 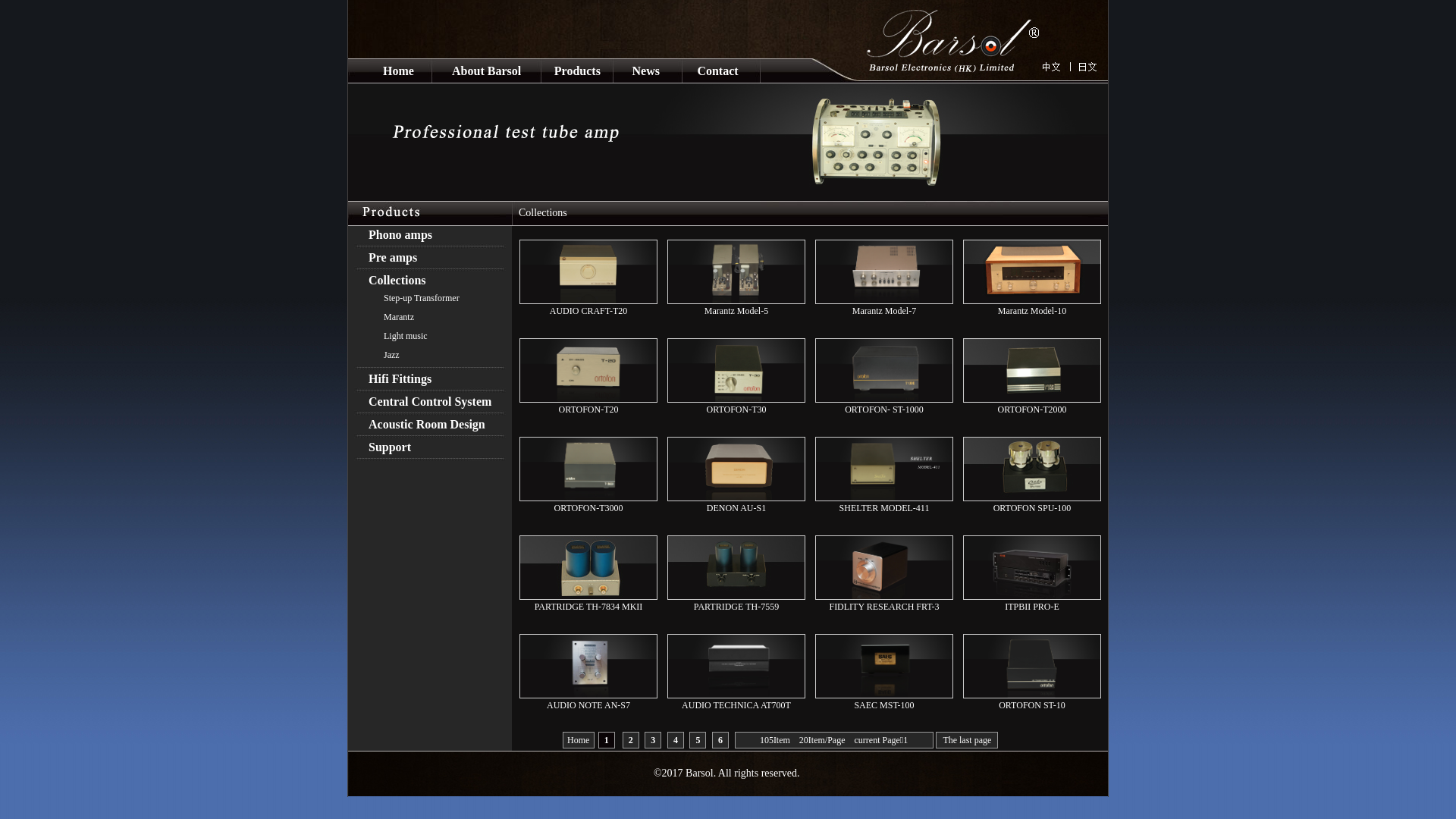 I want to click on 'ORTOFON-T30', so click(x=736, y=409).